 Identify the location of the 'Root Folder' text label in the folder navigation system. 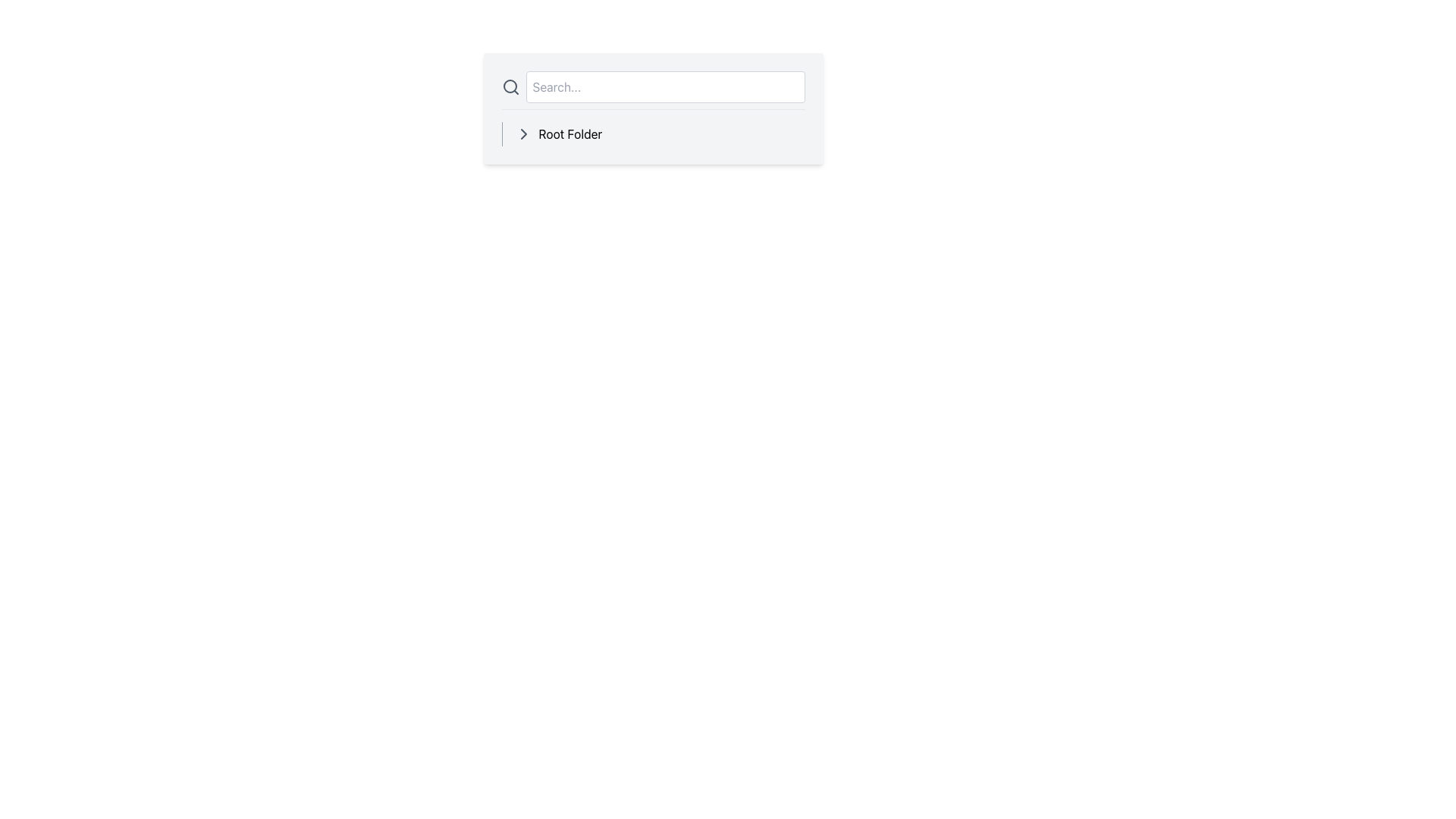
(570, 133).